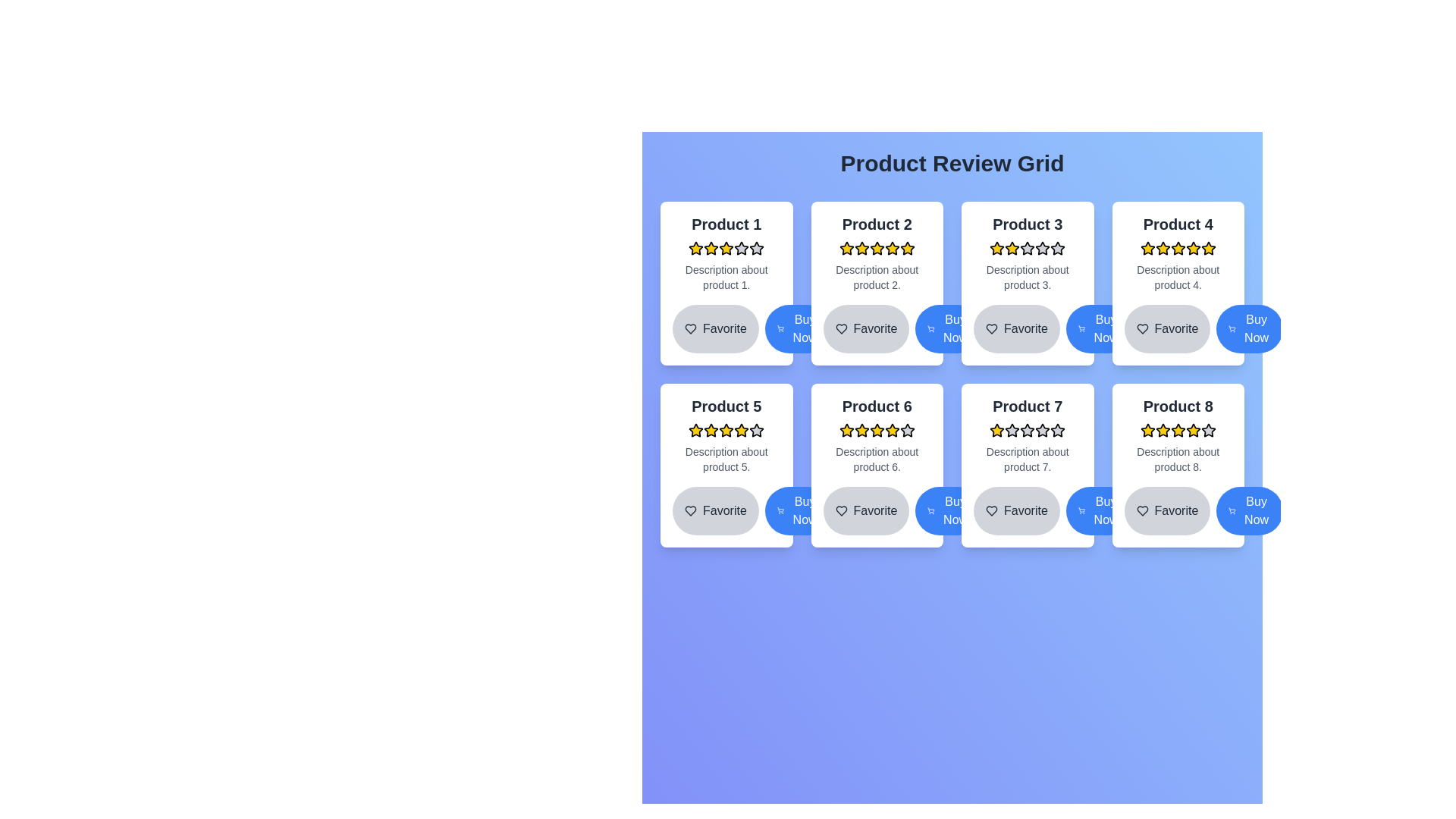  Describe the element at coordinates (877, 430) in the screenshot. I see `the graphical icon representing a partial rating star for 'Product 6', located in the second row, third column of the product review grid` at that location.